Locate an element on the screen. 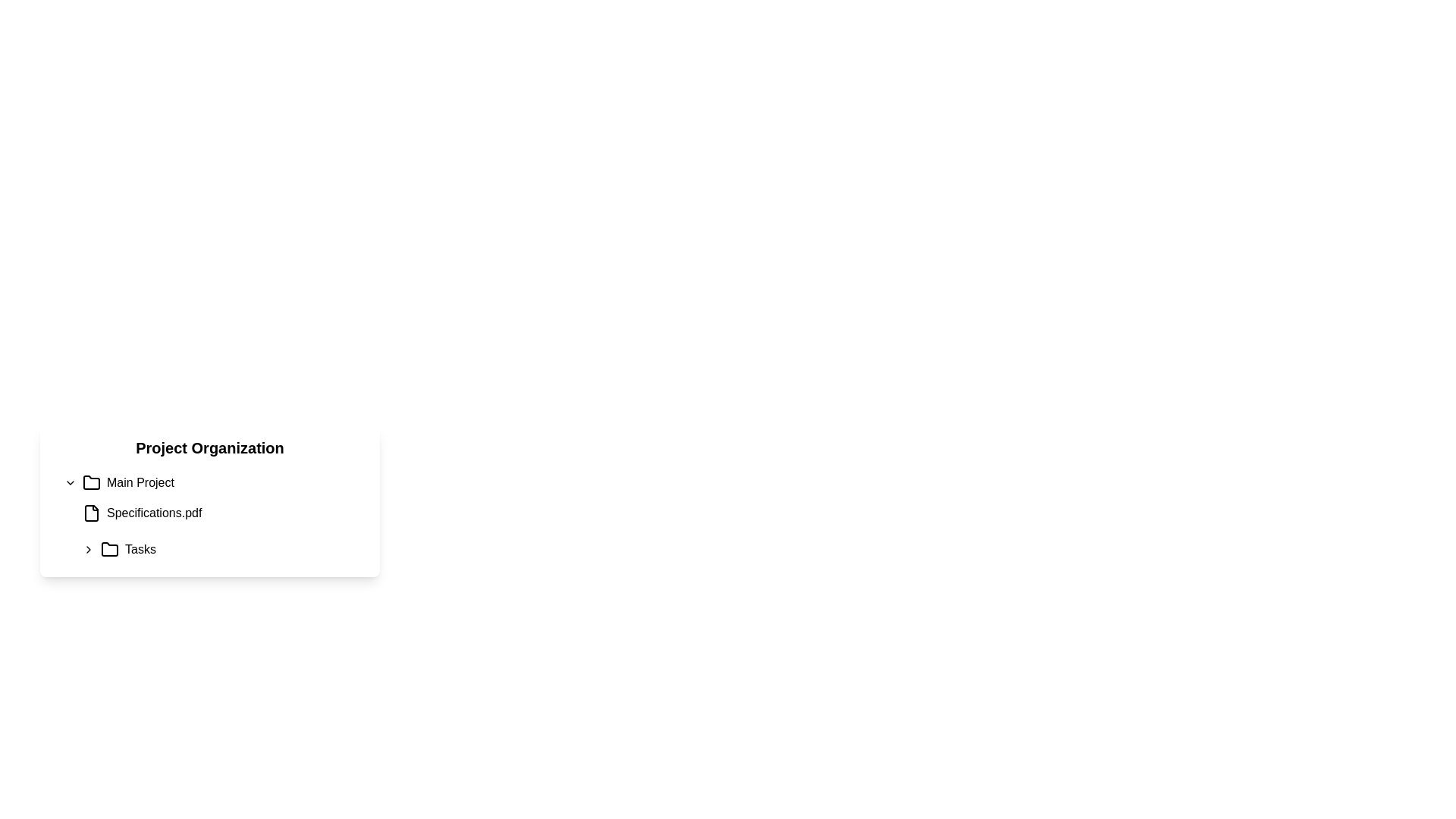 This screenshot has width=1456, height=819. the chevron button is located at coordinates (69, 482).